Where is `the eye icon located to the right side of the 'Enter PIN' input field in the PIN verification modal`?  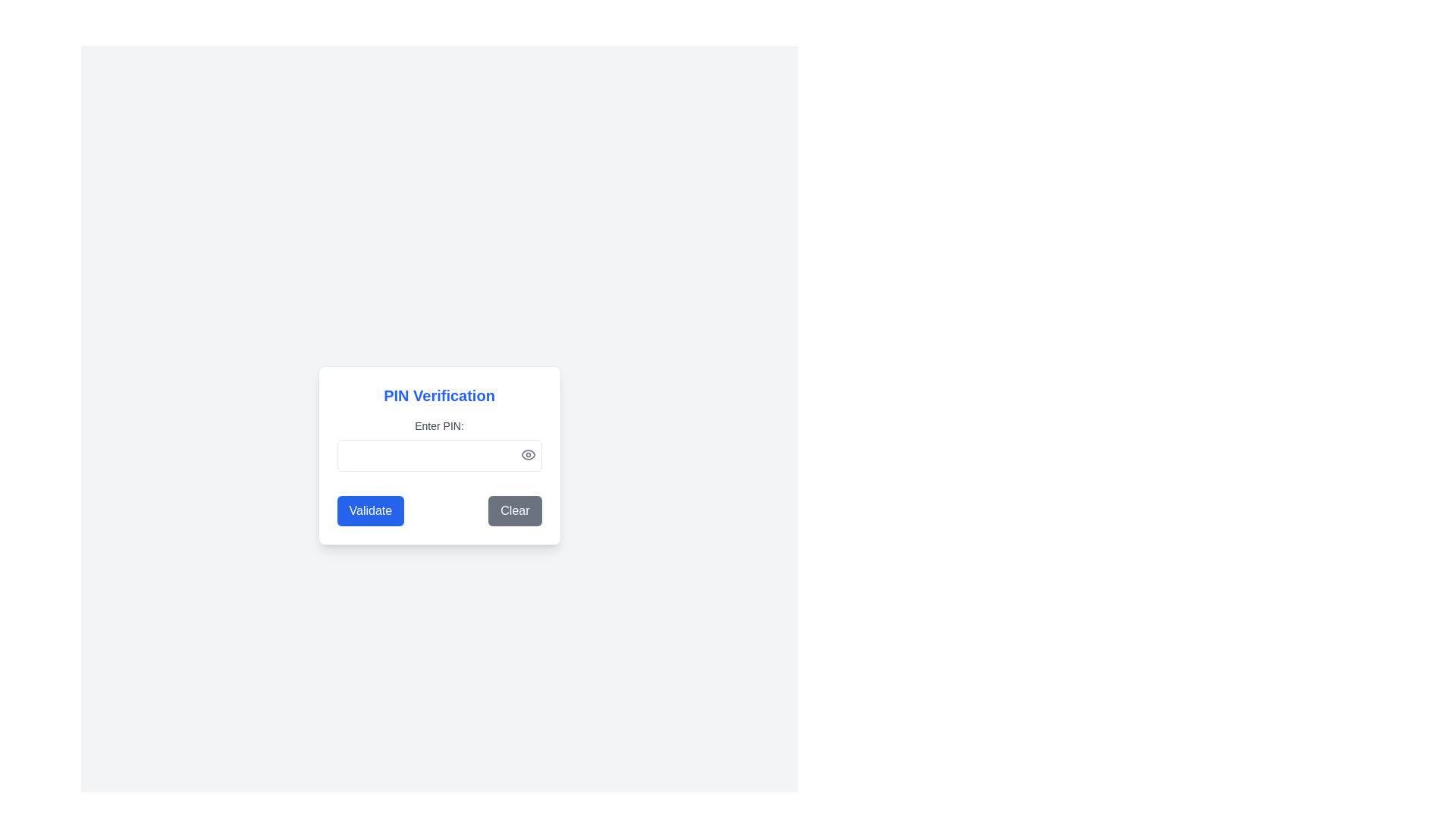 the eye icon located to the right side of the 'Enter PIN' input field in the PIN verification modal is located at coordinates (528, 454).